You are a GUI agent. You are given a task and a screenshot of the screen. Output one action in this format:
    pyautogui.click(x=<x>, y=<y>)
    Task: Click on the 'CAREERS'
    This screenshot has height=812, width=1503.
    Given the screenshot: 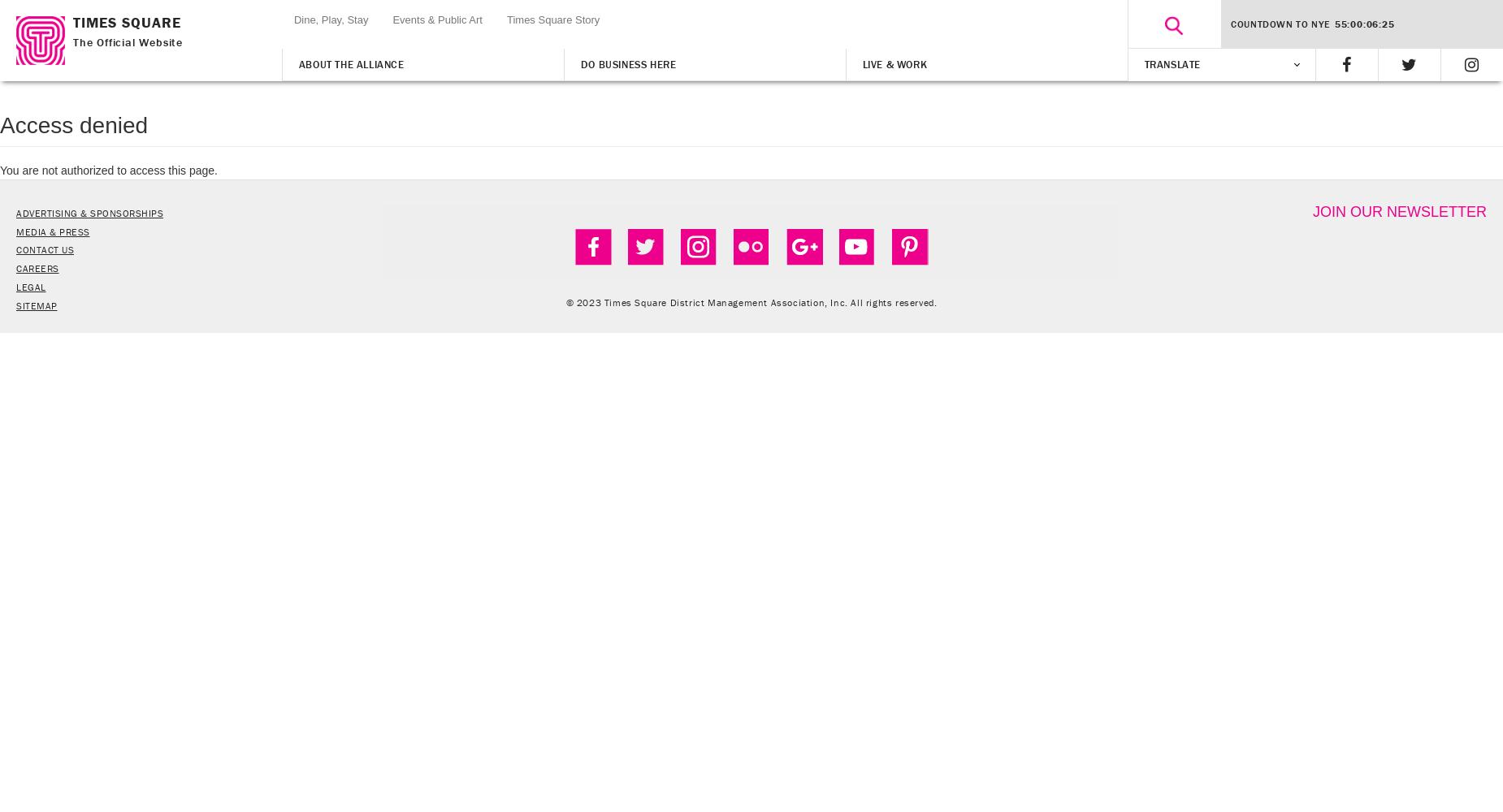 What is the action you would take?
    pyautogui.click(x=37, y=267)
    